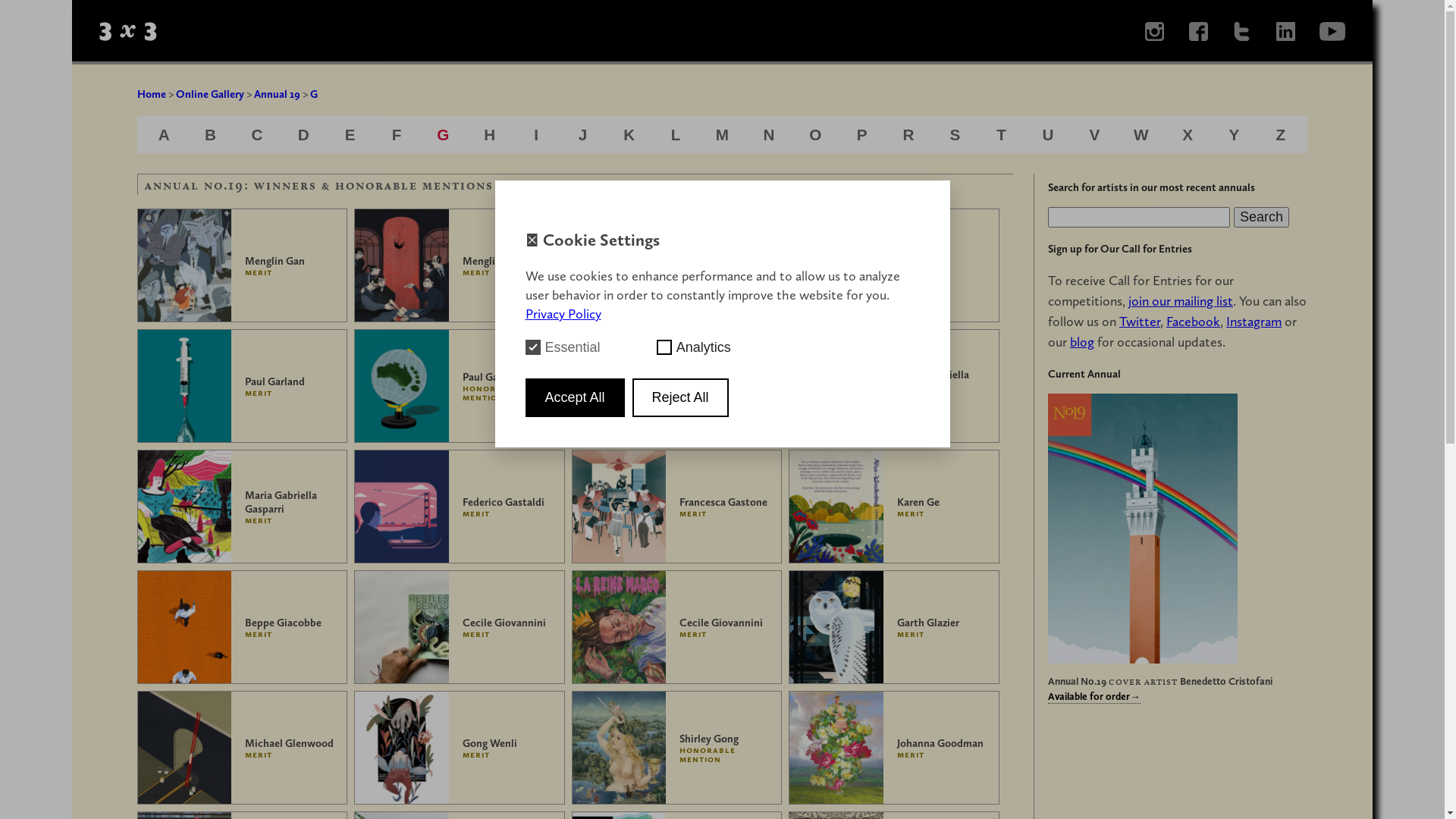 The image size is (1456, 819). Describe the element at coordinates (442, 133) in the screenshot. I see `'G'` at that location.